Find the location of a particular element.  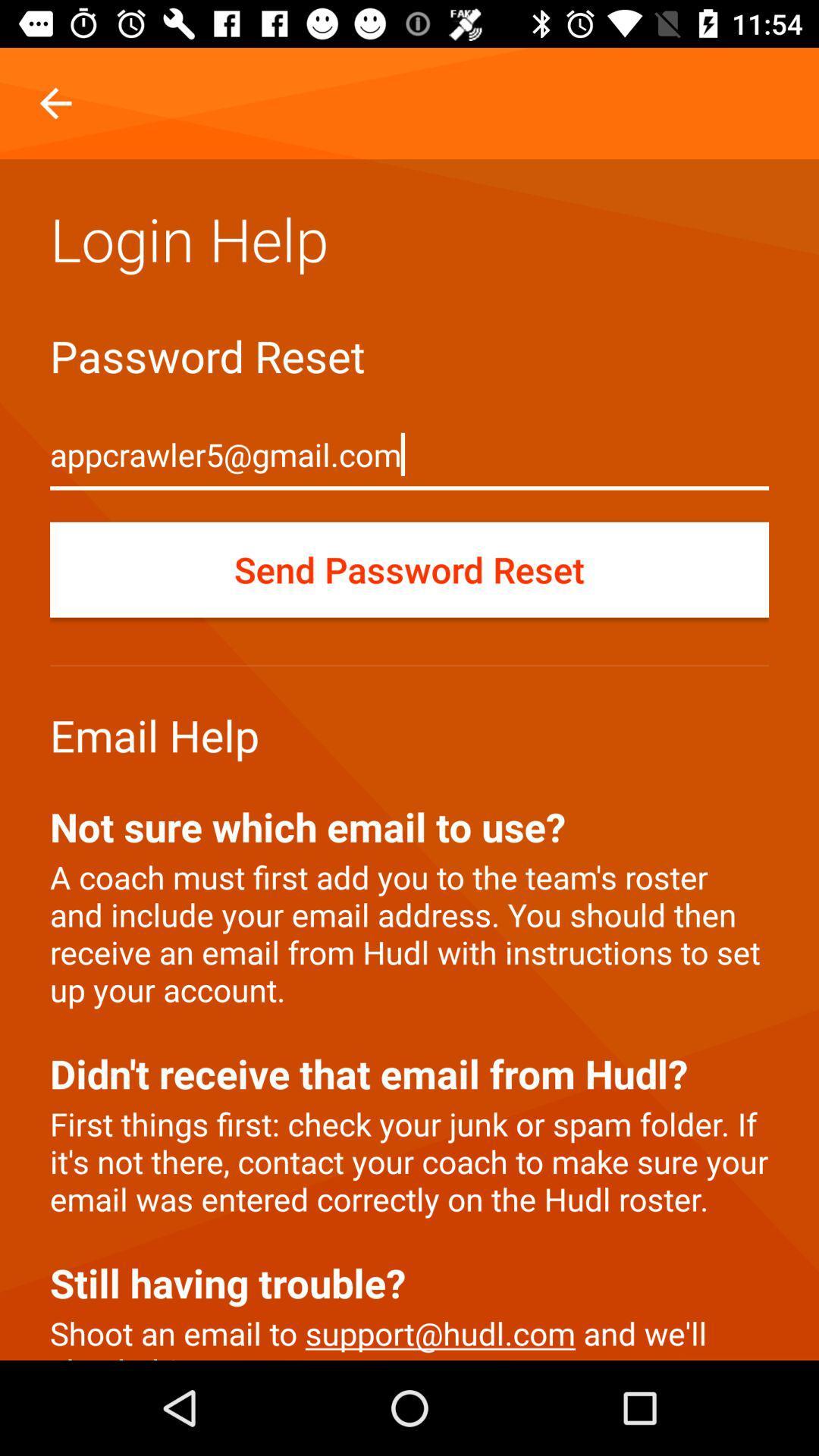

3rd and 4th line of text below the text not sure which email to use is located at coordinates (409, 990).